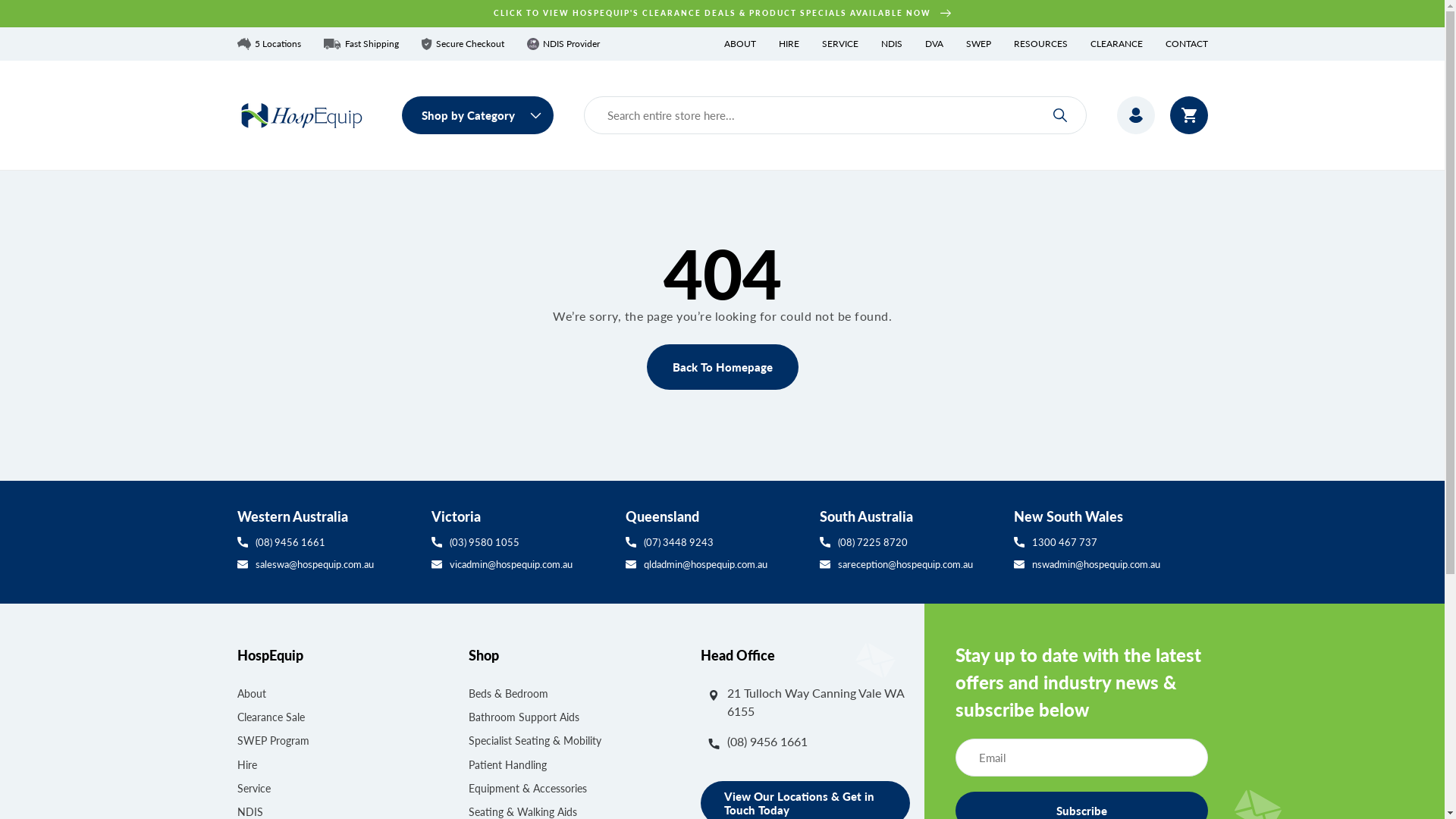  Describe the element at coordinates (788, 42) in the screenshot. I see `'HIRE'` at that location.